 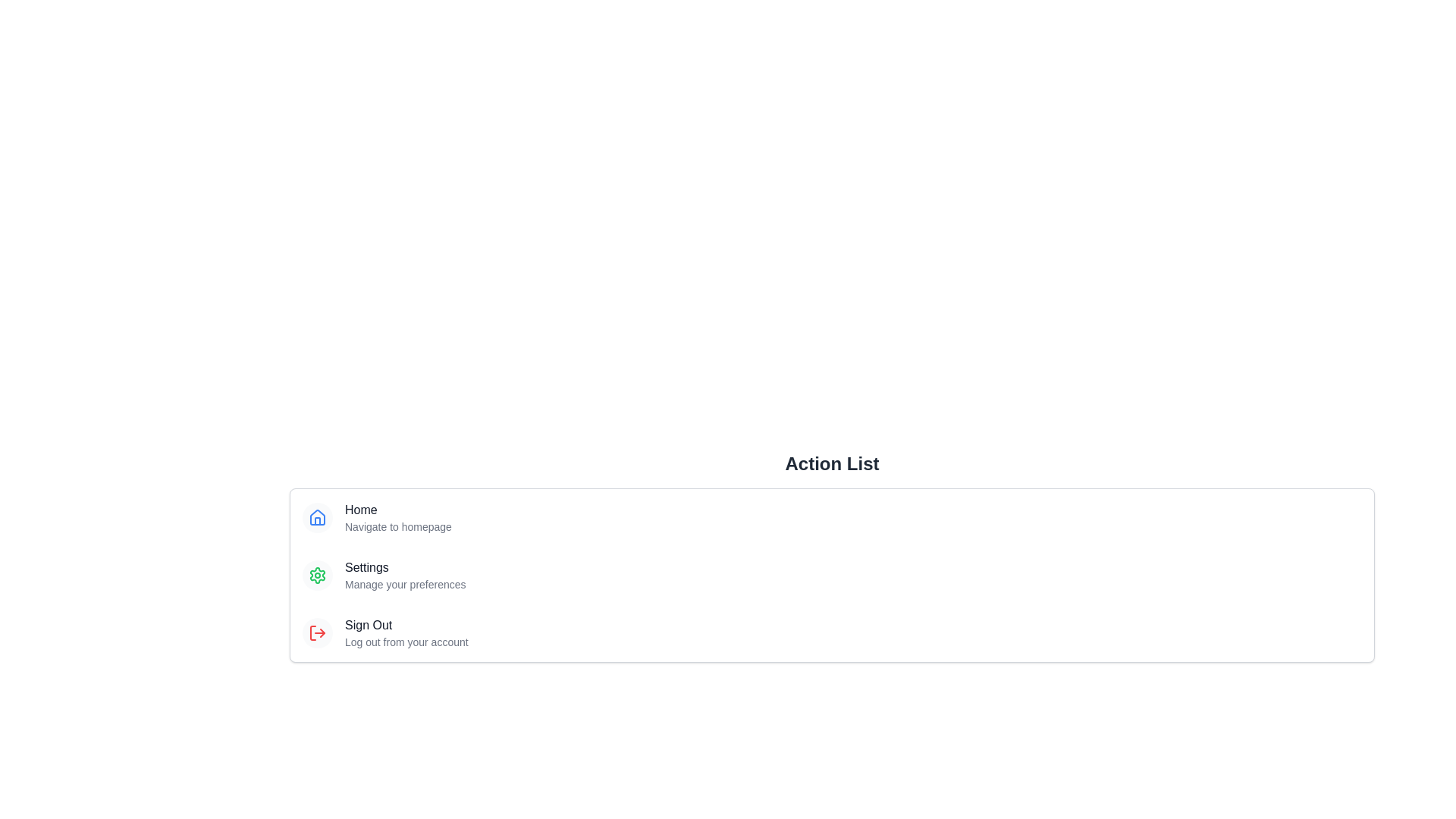 What do you see at coordinates (405, 567) in the screenshot?
I see `the 'Settings' text label` at bounding box center [405, 567].